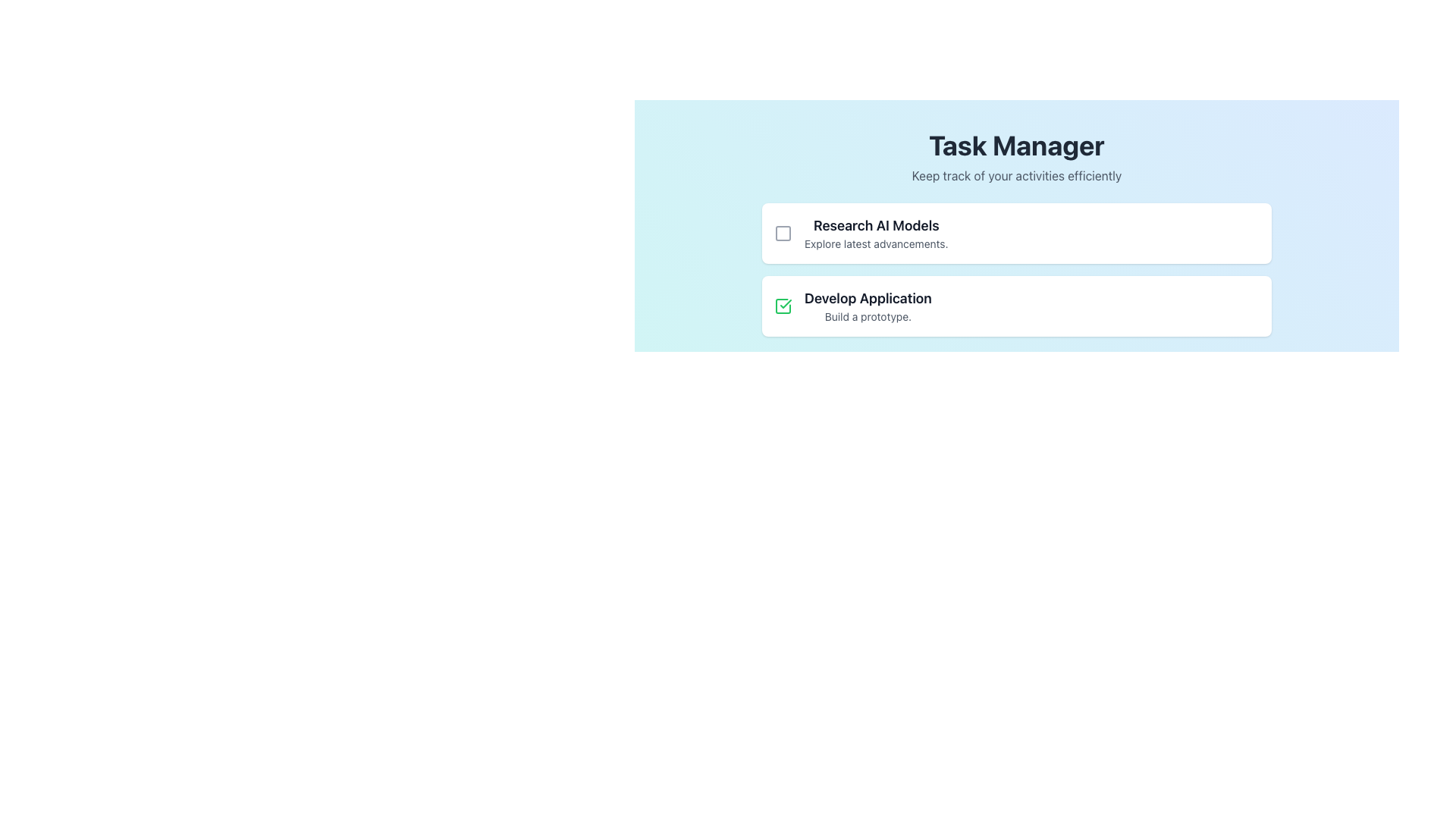 The width and height of the screenshot is (1456, 819). I want to click on the Text Label providing additional descriptive information for the task item 'Research AI Models', located under the main heading 'Task Manager', so click(876, 243).